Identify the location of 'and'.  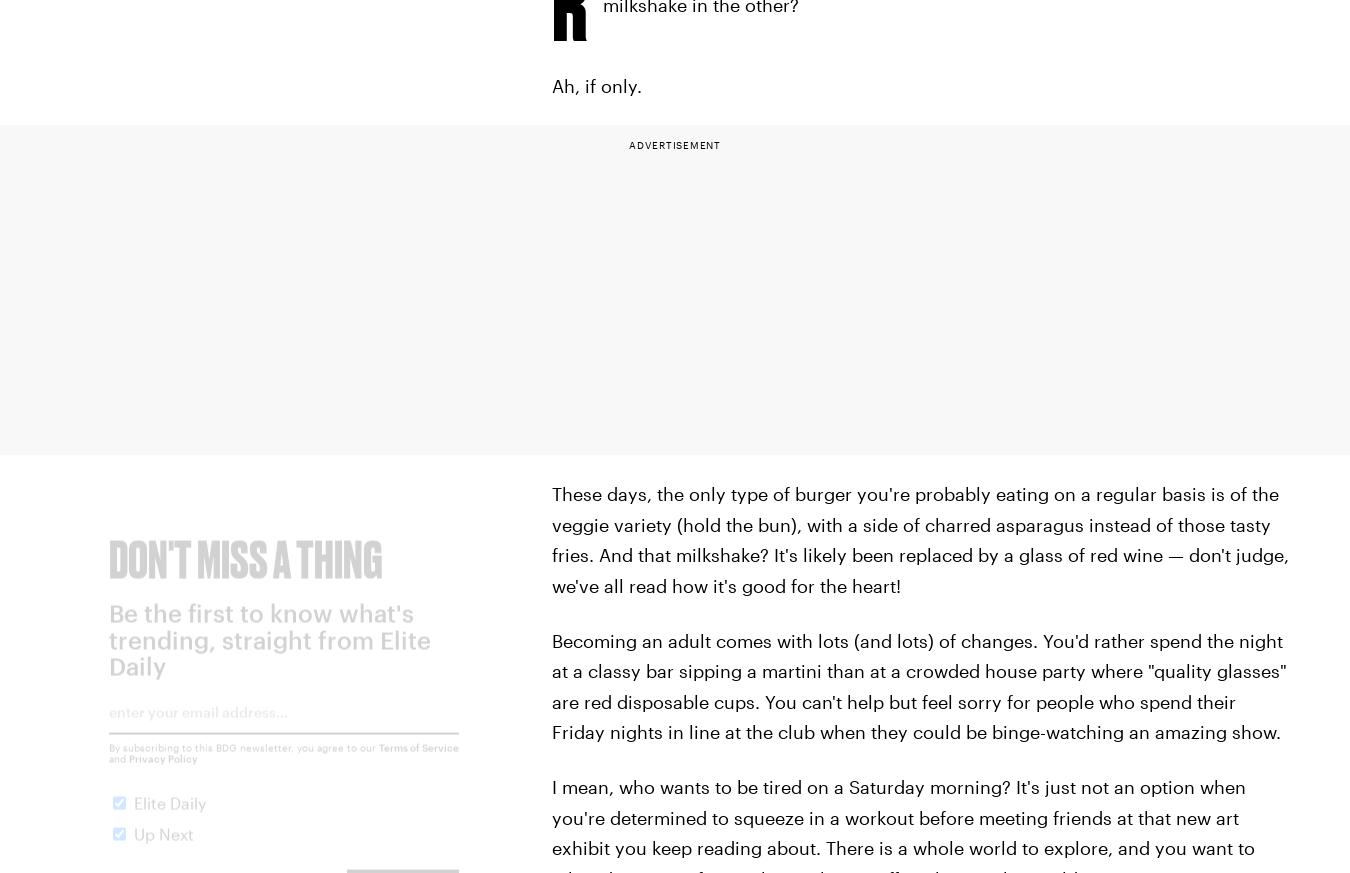
(117, 773).